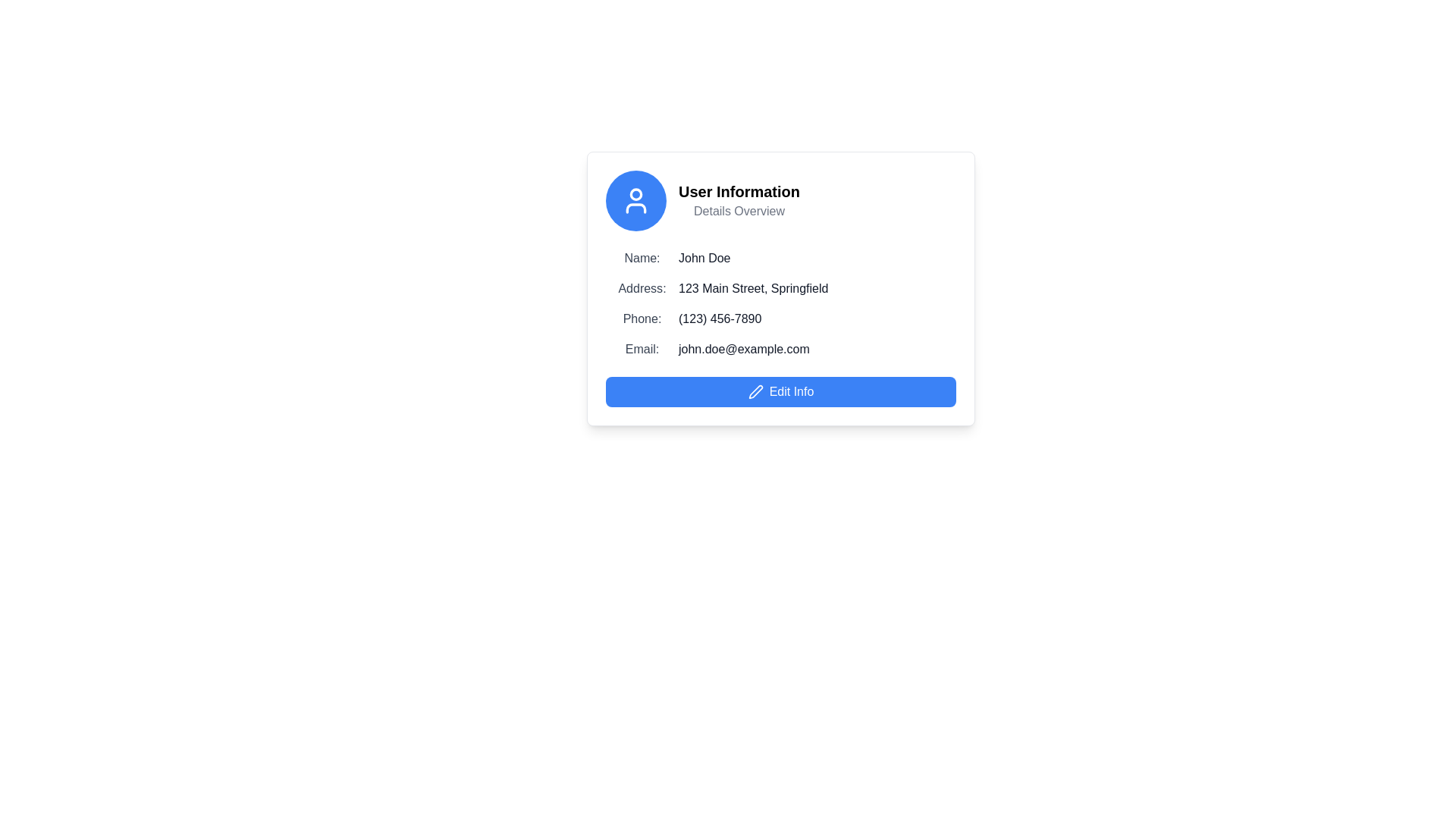  Describe the element at coordinates (781, 391) in the screenshot. I see `the button located at the bottom of the user details card to initiate the editing interface` at that location.